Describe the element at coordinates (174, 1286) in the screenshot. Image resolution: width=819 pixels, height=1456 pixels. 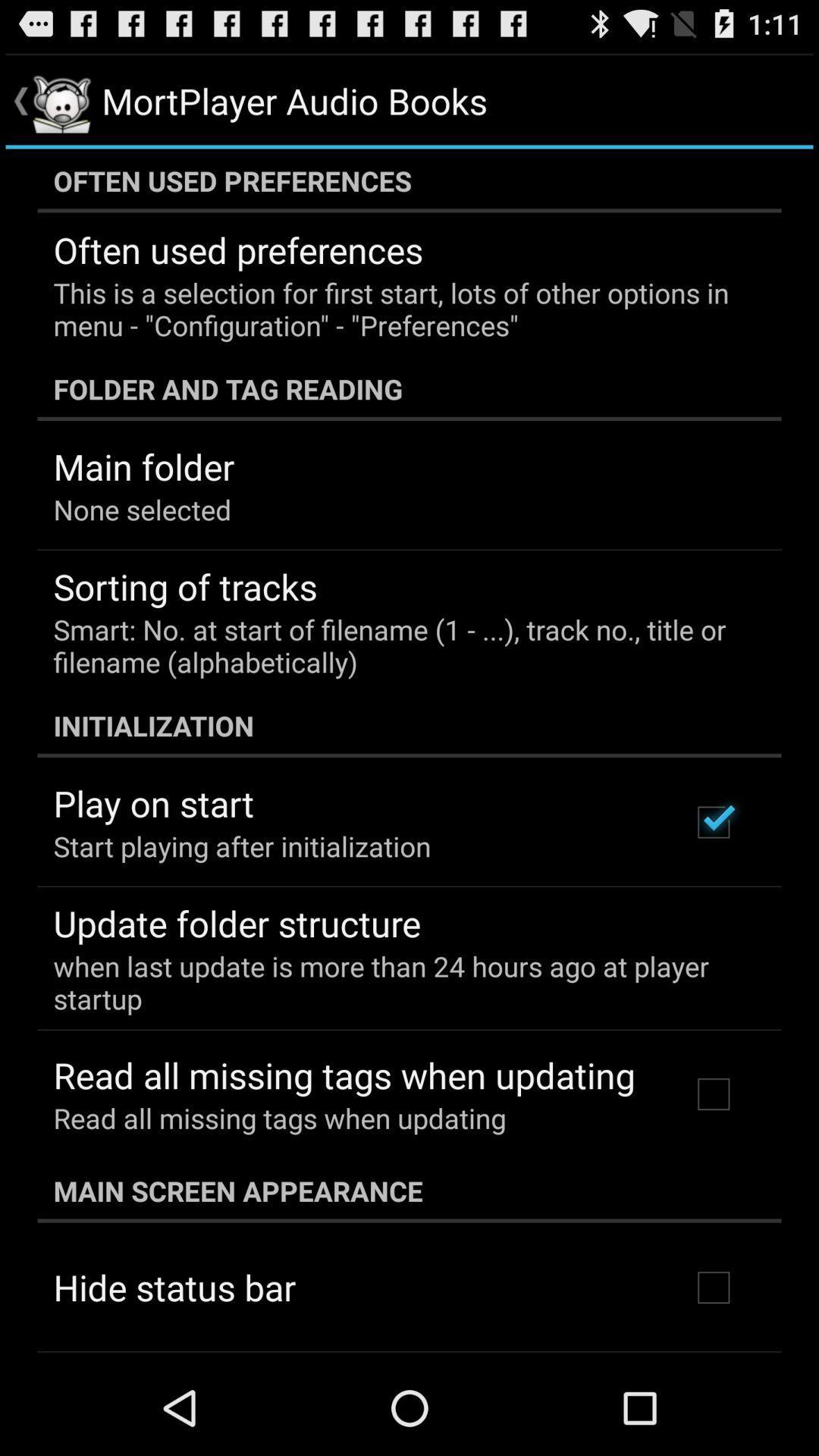
I see `the hide status bar icon` at that location.